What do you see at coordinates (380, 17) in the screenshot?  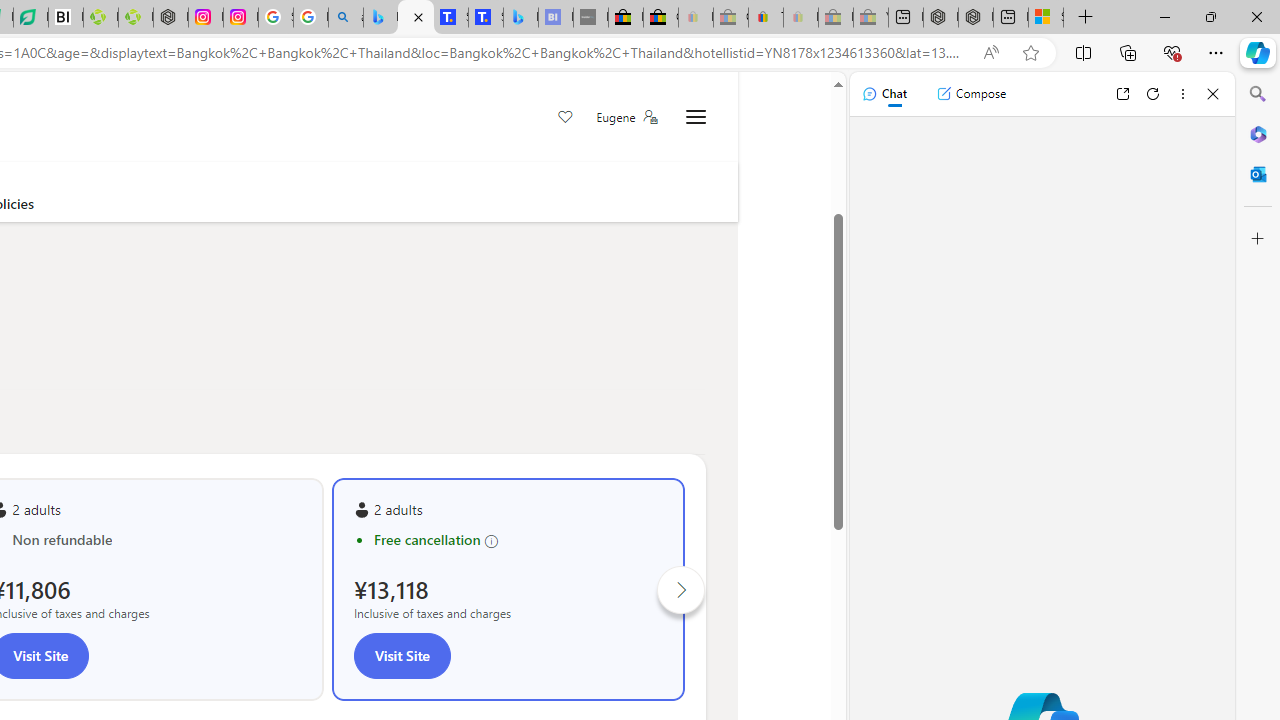 I see `'Microsoft Bing Travel - Flights from Hong Kong to Bangkok'` at bounding box center [380, 17].